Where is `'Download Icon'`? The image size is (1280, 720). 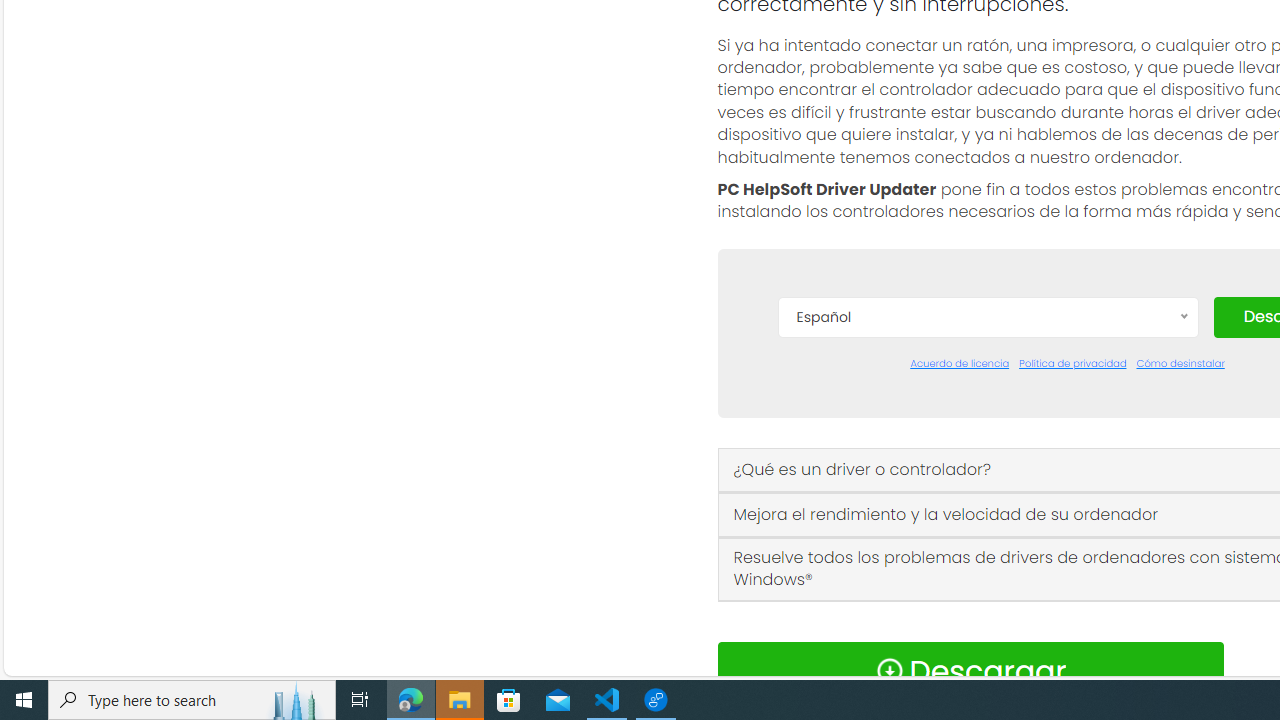
'Download Icon' is located at coordinates (888, 671).